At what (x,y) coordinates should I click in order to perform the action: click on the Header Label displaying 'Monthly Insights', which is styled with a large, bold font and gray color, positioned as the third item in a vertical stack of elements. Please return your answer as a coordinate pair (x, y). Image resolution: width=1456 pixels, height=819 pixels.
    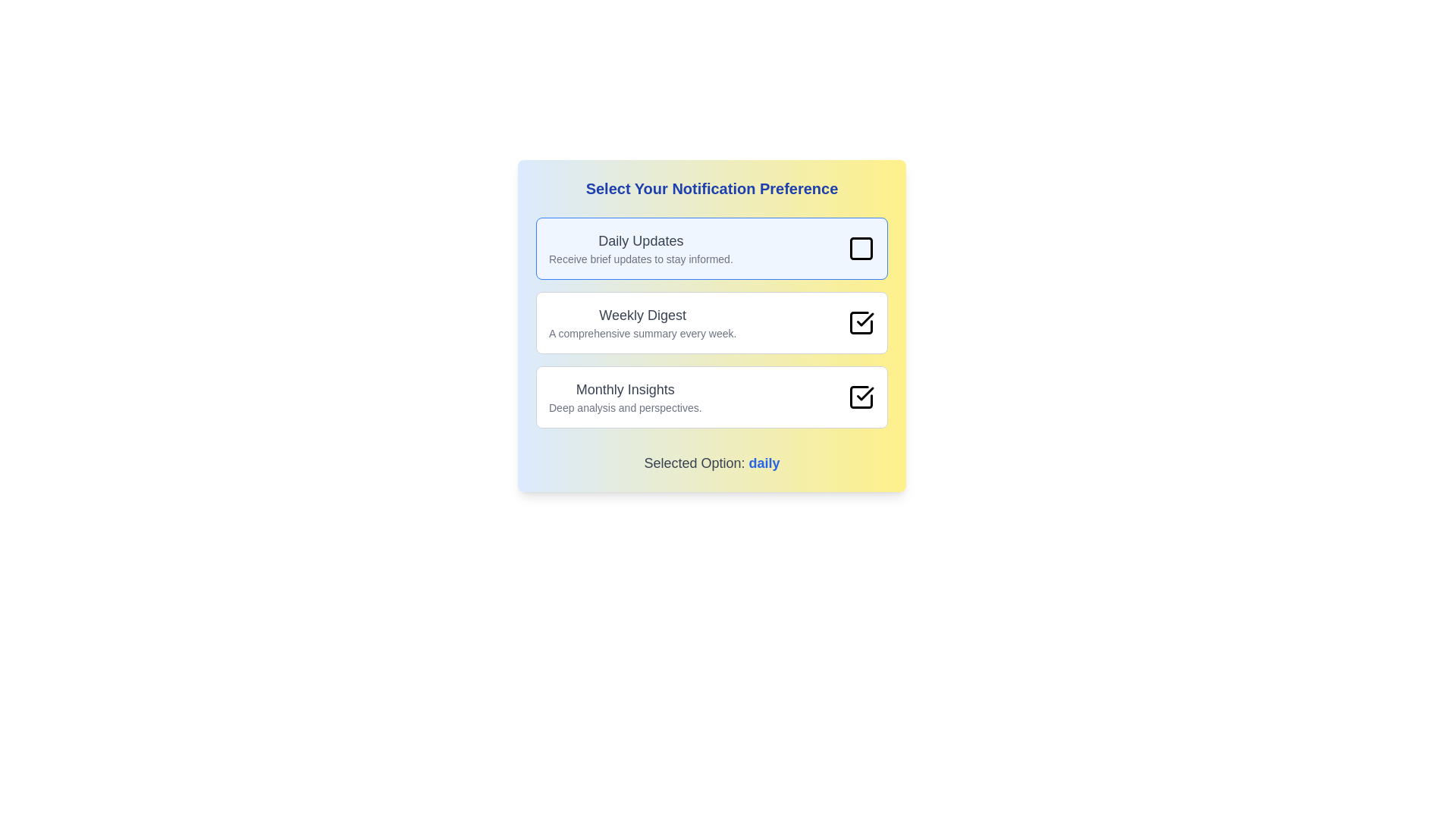
    Looking at the image, I should click on (625, 388).